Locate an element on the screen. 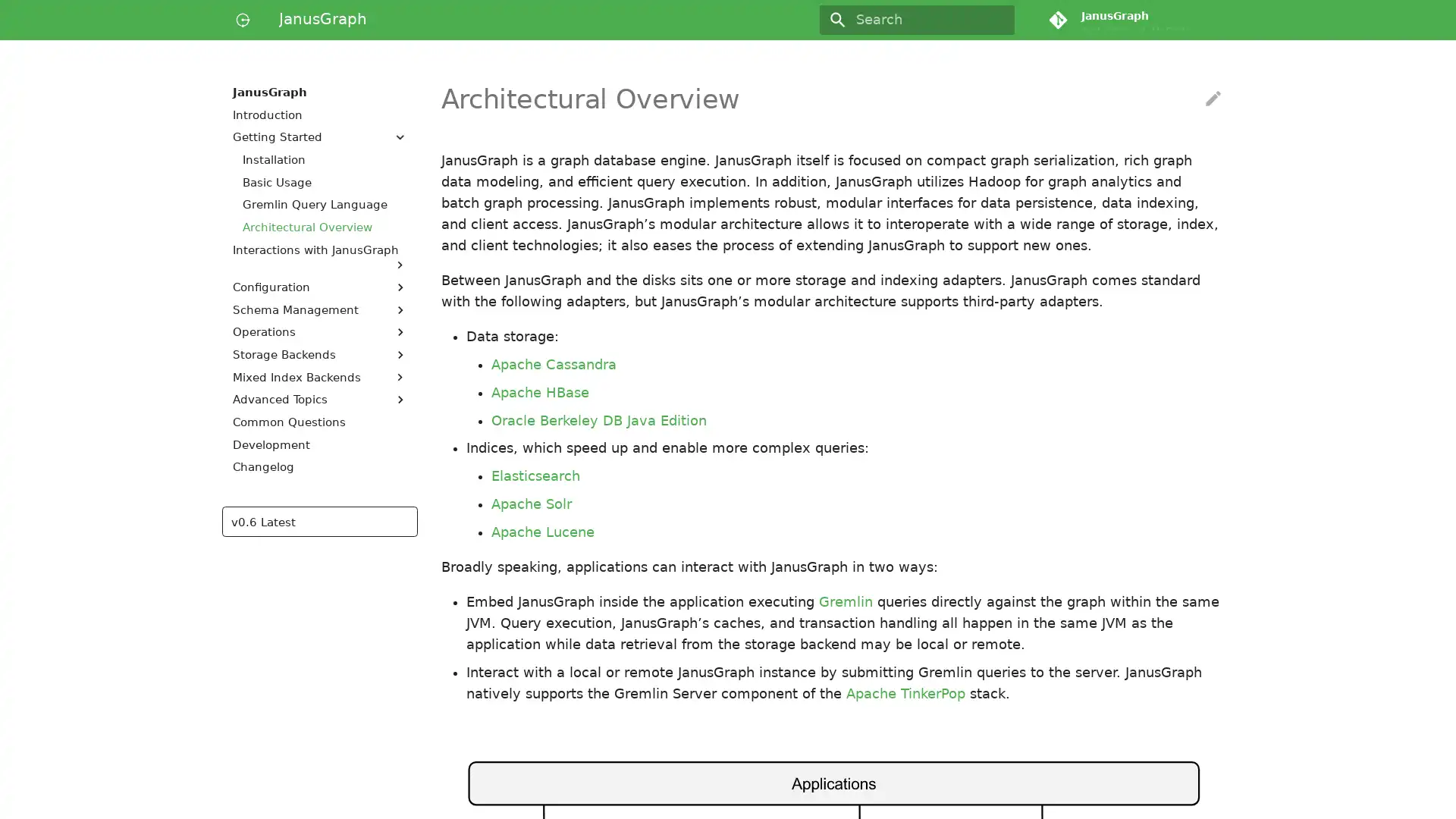 This screenshot has height=819, width=1456. Clear is located at coordinates (996, 20).